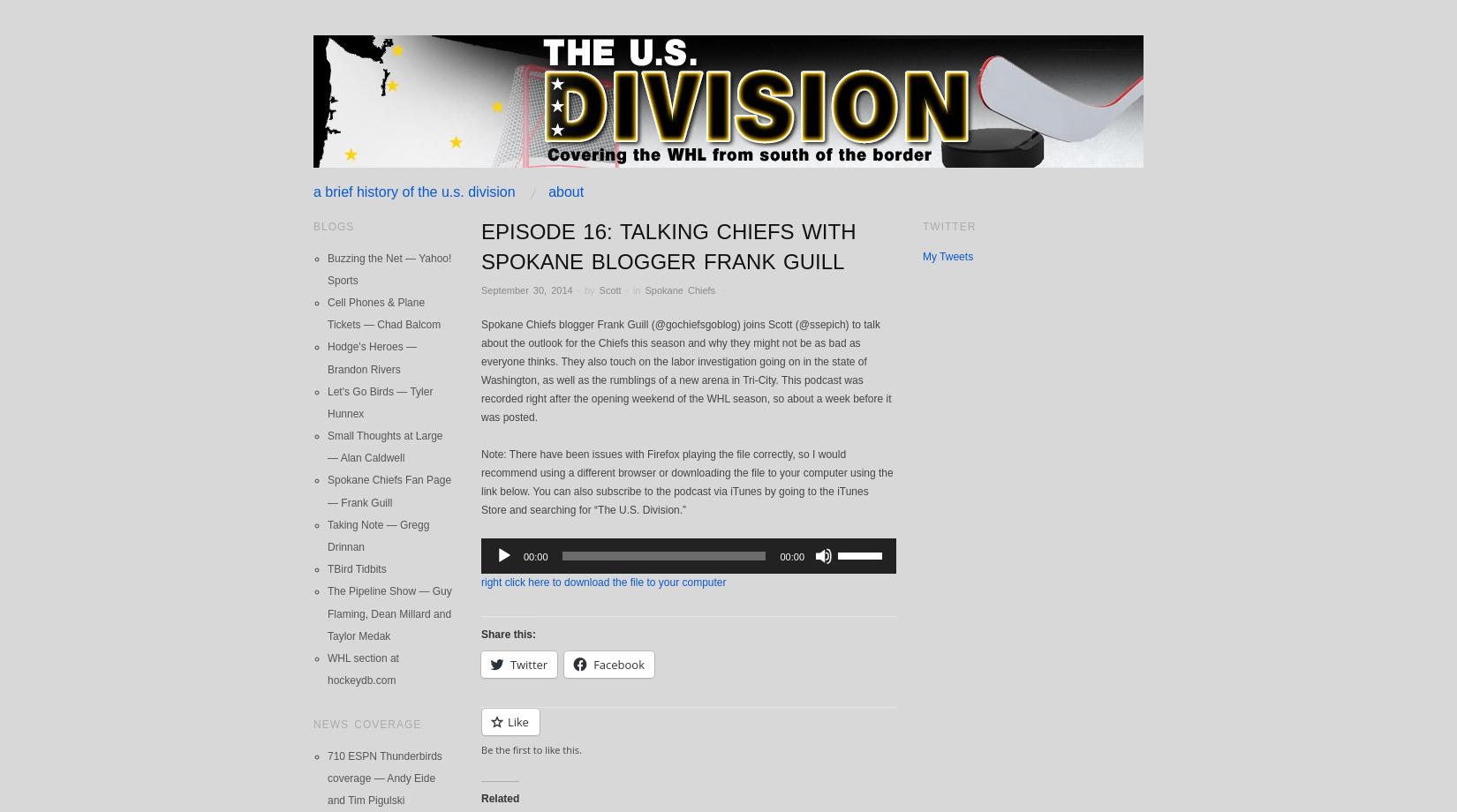 This screenshot has width=1457, height=812. I want to click on 'Share this:', so click(508, 633).